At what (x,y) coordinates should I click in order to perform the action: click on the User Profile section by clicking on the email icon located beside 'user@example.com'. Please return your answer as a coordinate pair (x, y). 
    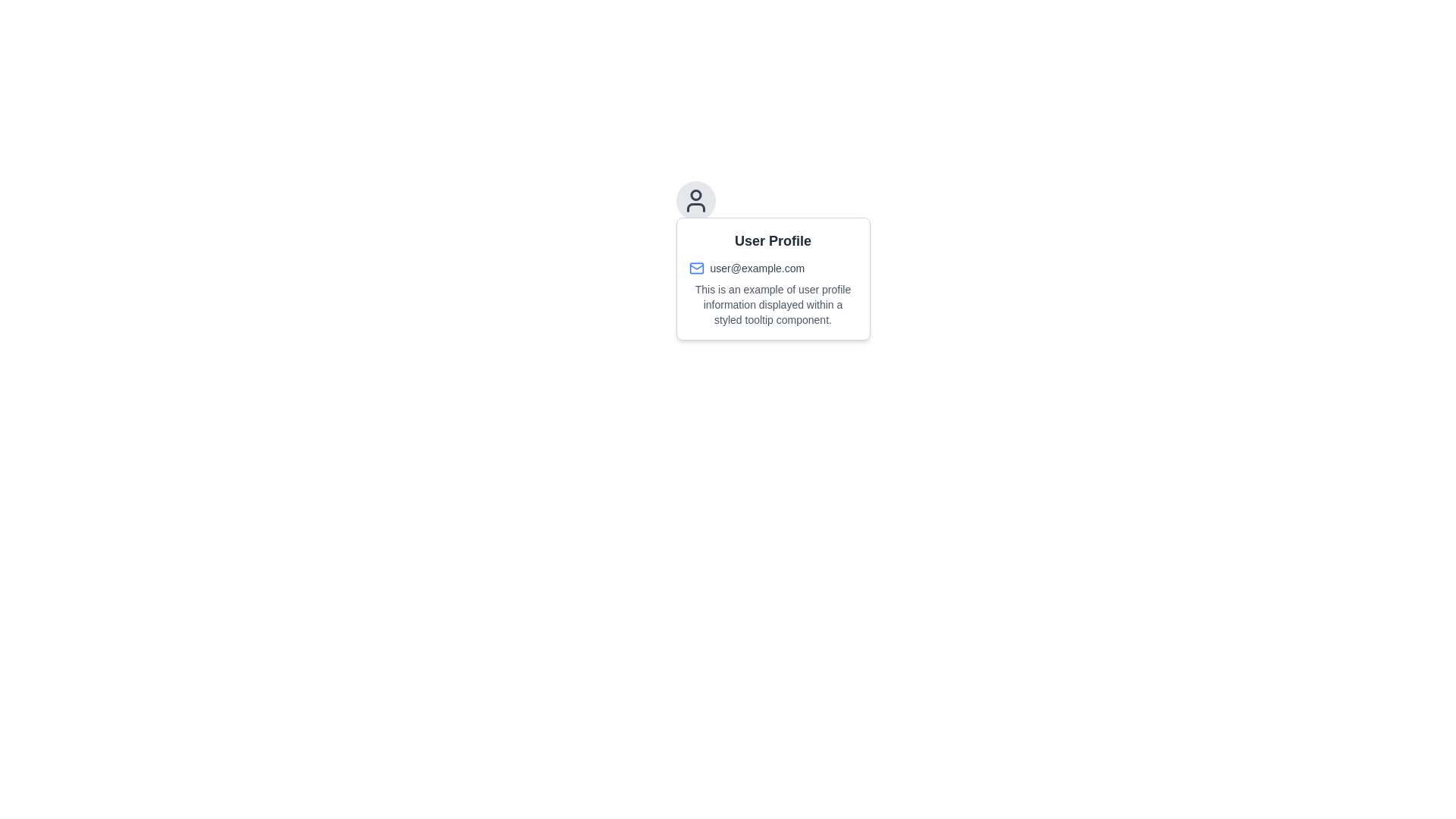
    Looking at the image, I should click on (695, 268).